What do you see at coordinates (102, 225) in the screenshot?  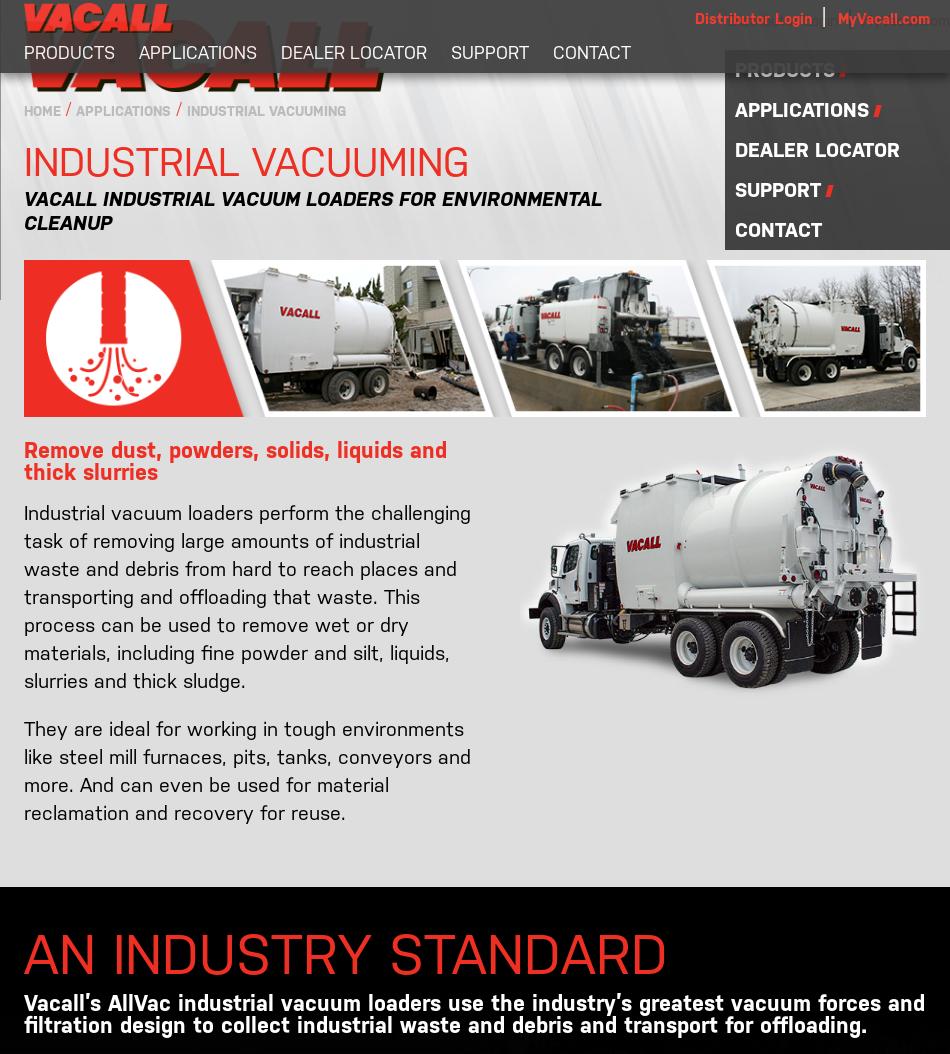 I see `'Street Sweepers'` at bounding box center [102, 225].